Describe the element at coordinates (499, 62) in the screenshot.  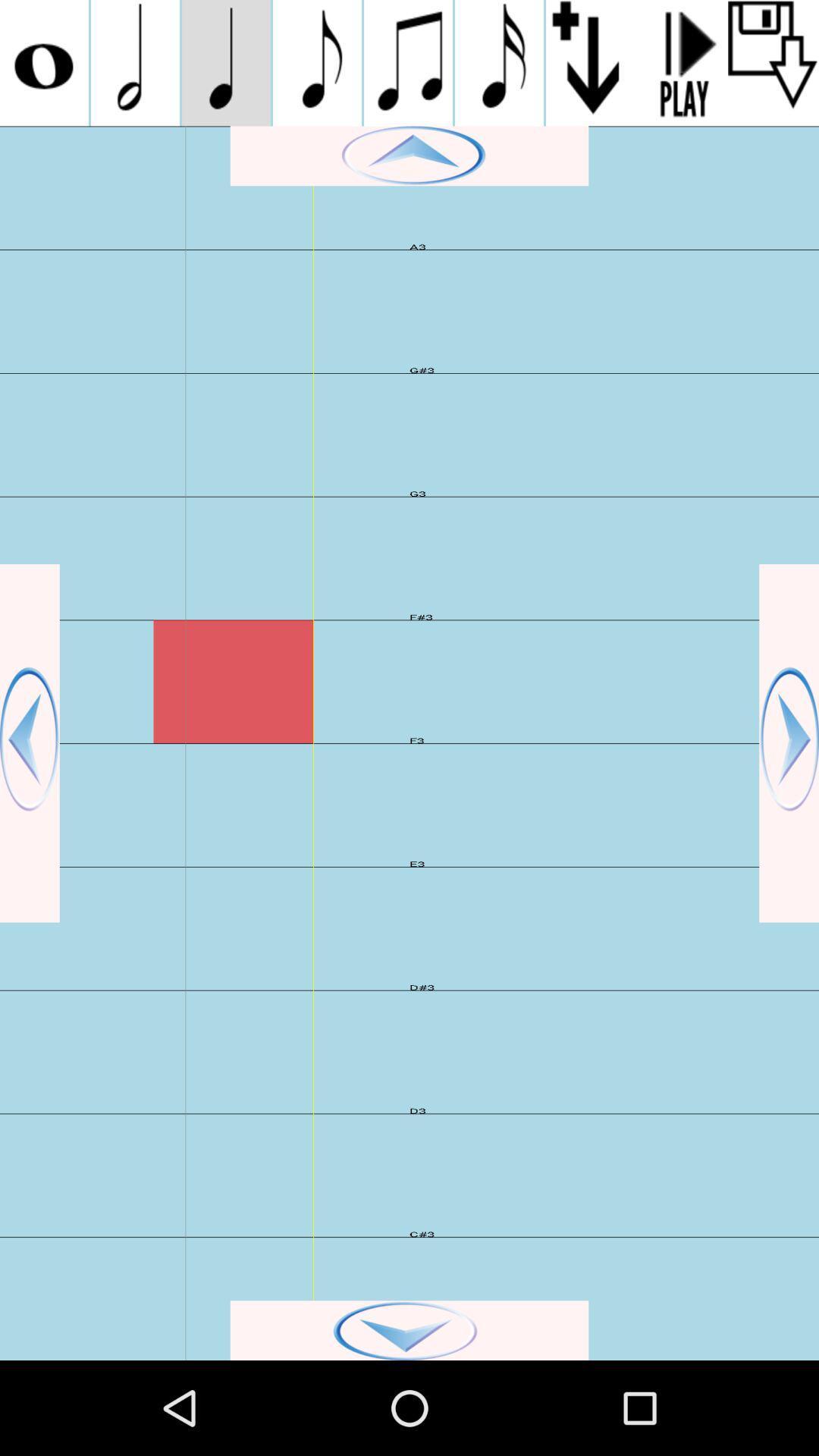
I see `musical note` at that location.